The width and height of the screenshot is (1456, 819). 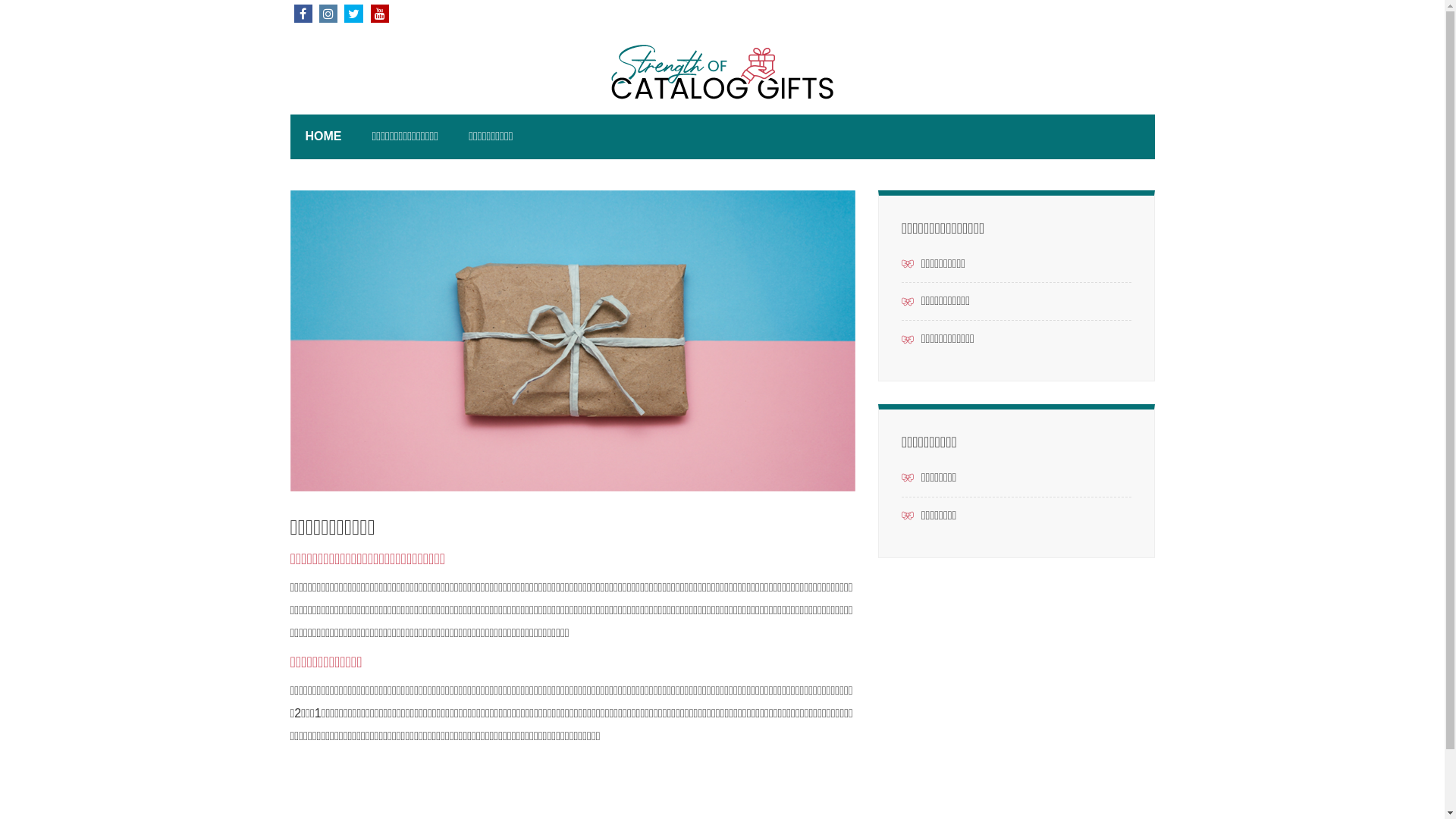 I want to click on 'TWITTER', so click(x=344, y=14).